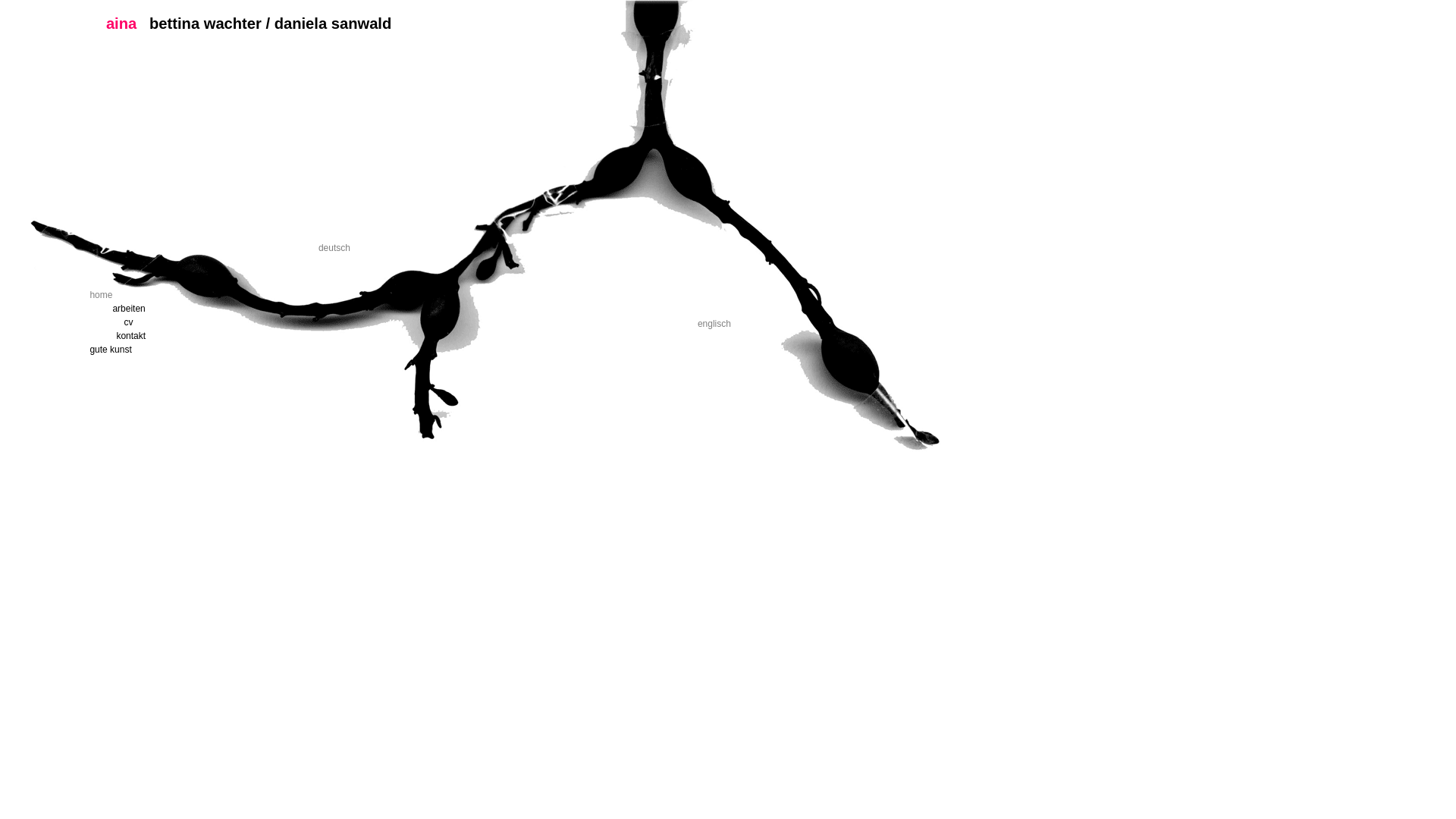 The height and width of the screenshot is (819, 1456). What do you see at coordinates (184, 335) in the screenshot?
I see `'kontakt'` at bounding box center [184, 335].